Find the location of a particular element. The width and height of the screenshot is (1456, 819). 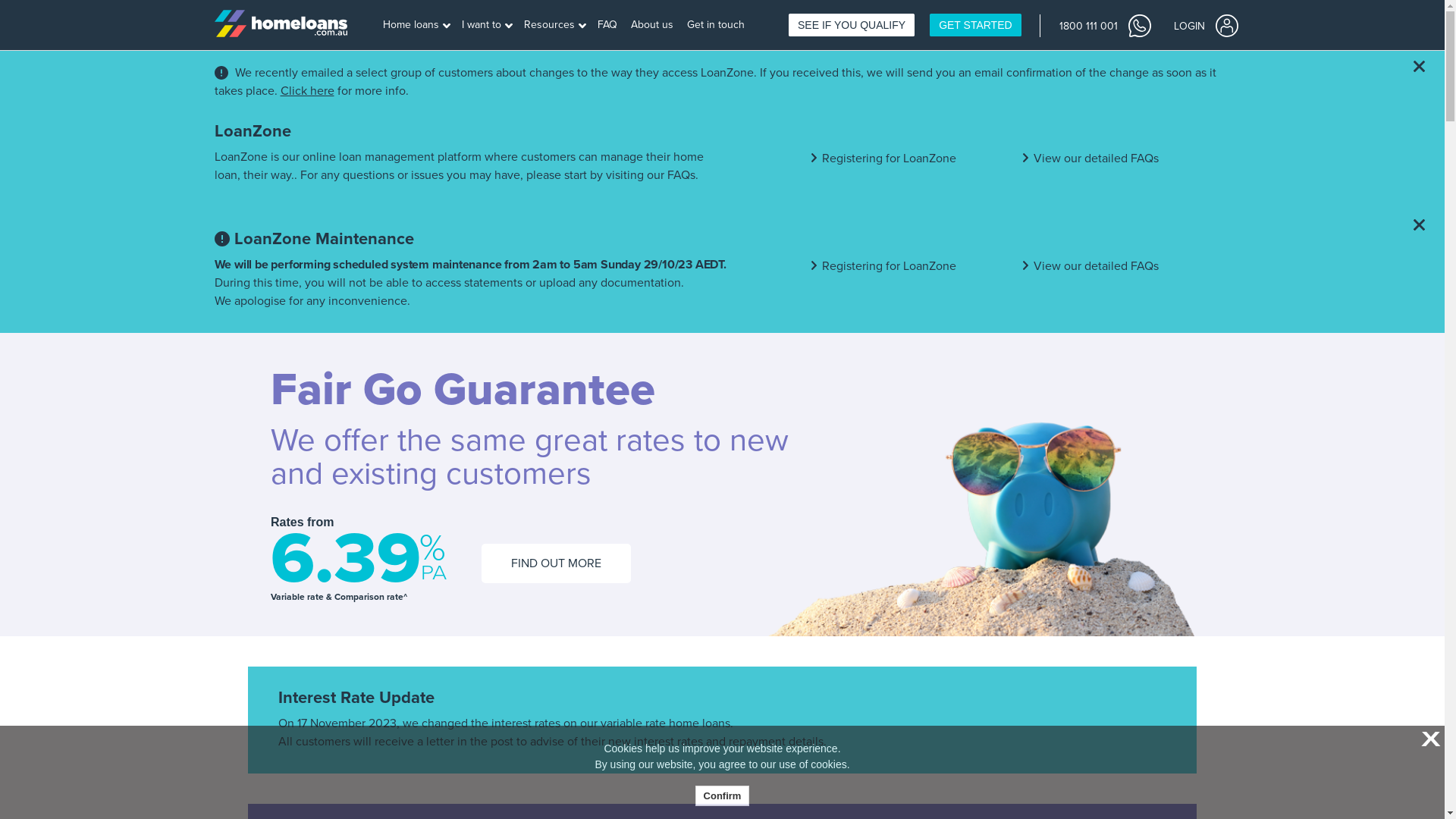

'About us' is located at coordinates (630, 25).